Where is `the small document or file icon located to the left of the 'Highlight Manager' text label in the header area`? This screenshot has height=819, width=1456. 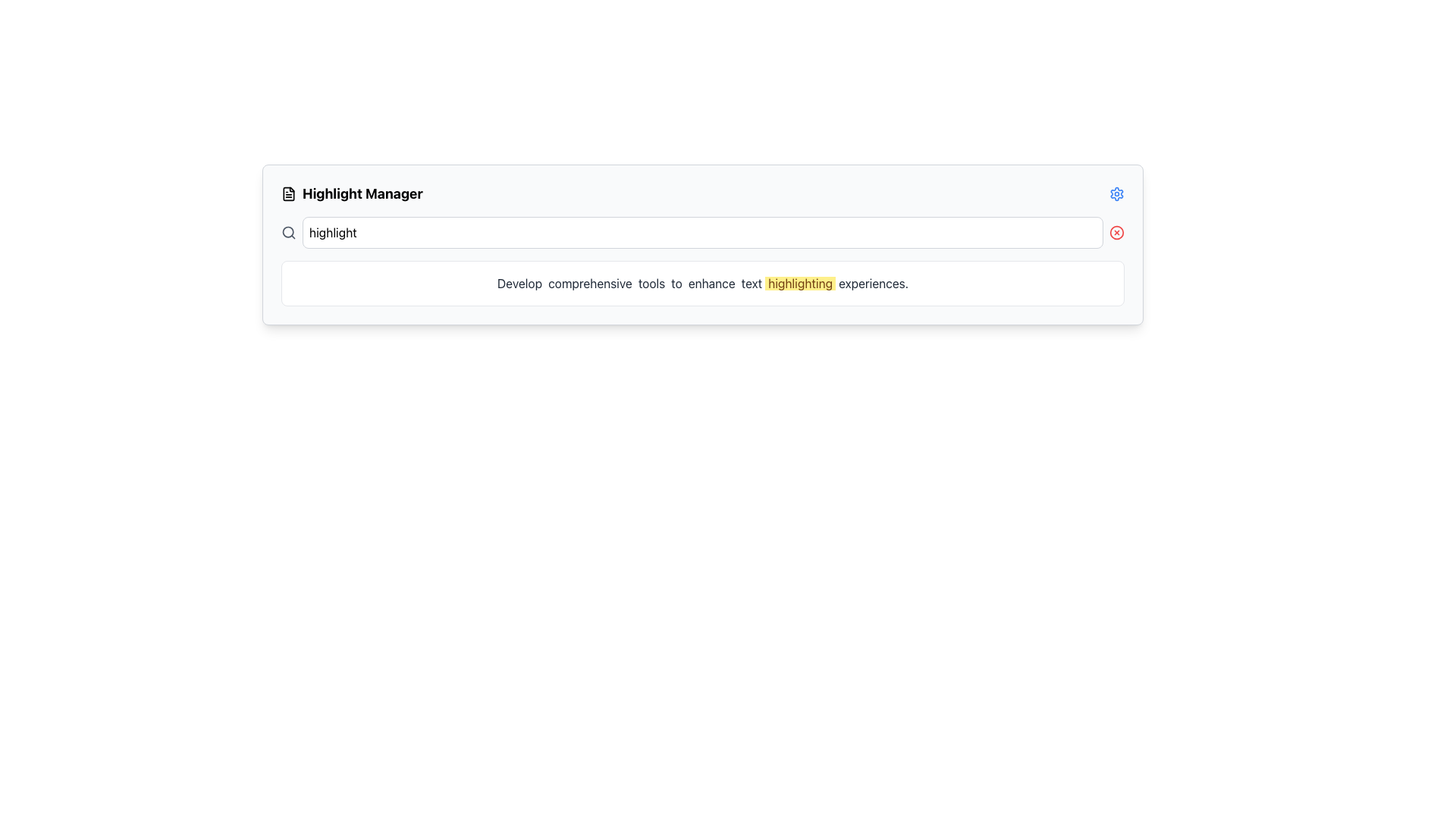
the small document or file icon located to the left of the 'Highlight Manager' text label in the header area is located at coordinates (288, 193).